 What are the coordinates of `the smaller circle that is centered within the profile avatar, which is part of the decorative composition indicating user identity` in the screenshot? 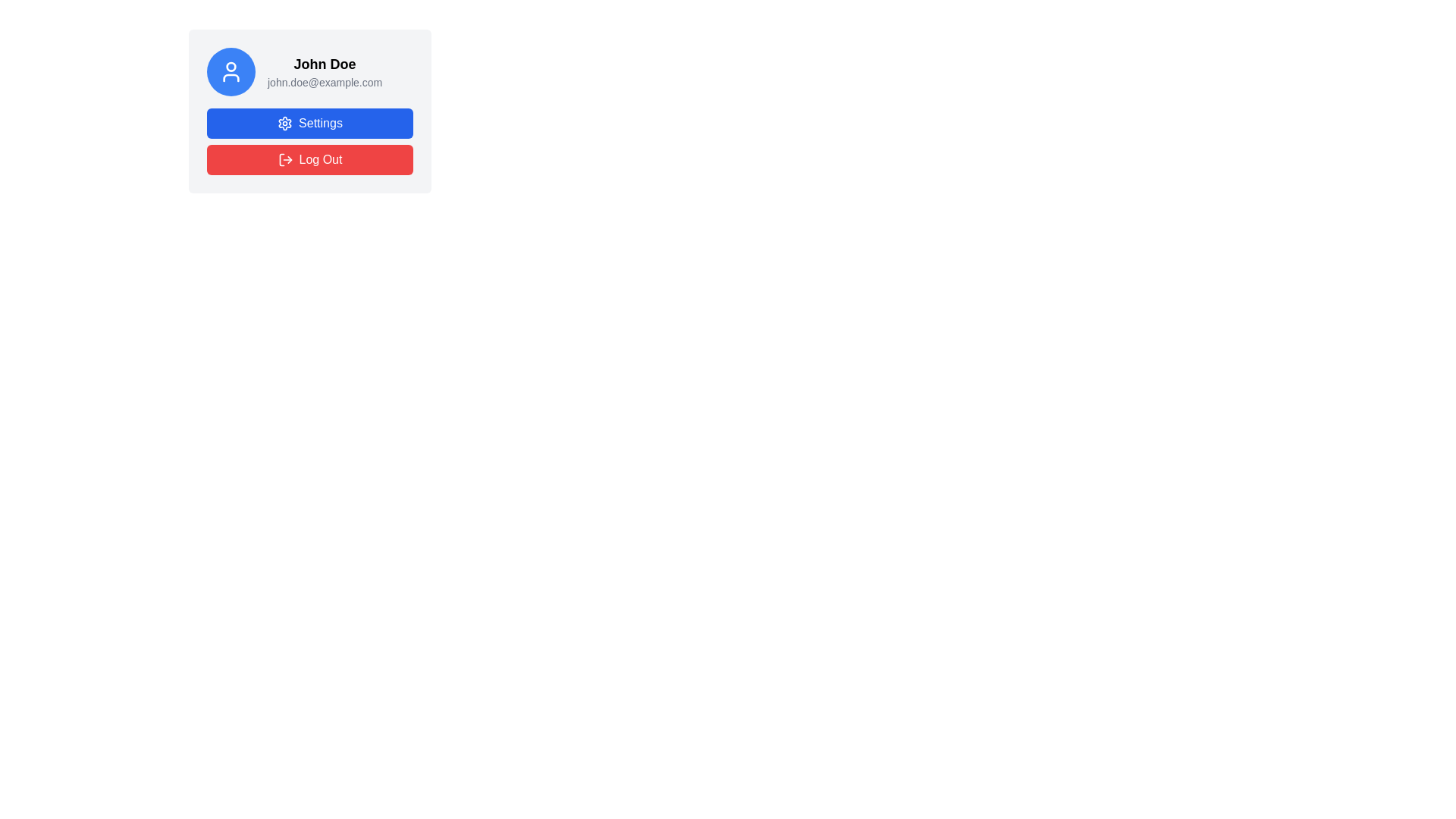 It's located at (231, 66).